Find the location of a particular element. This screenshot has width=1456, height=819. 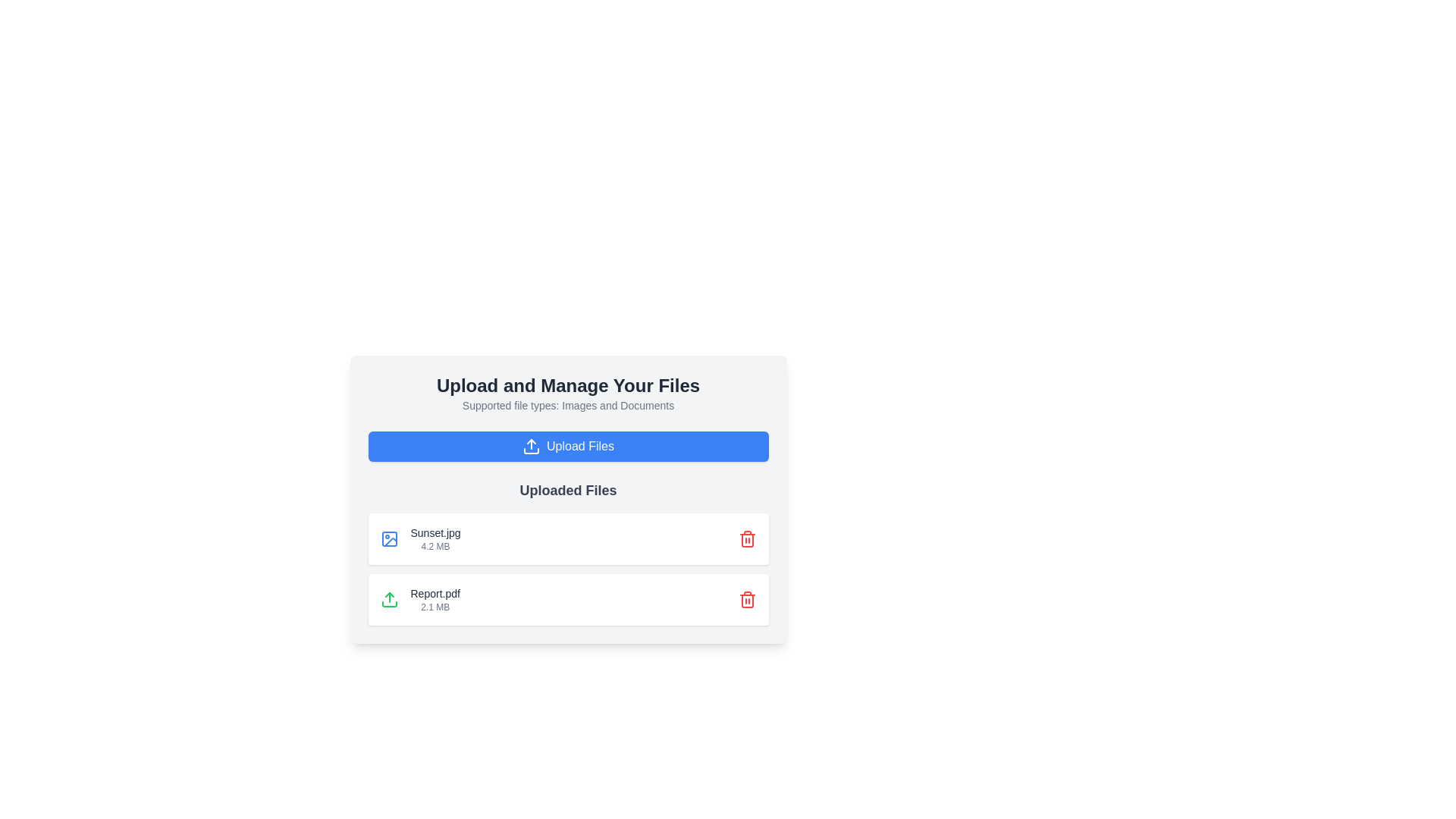

the delete button located at the far right of the bottom file entry next to 'Report.pdf' is located at coordinates (747, 598).